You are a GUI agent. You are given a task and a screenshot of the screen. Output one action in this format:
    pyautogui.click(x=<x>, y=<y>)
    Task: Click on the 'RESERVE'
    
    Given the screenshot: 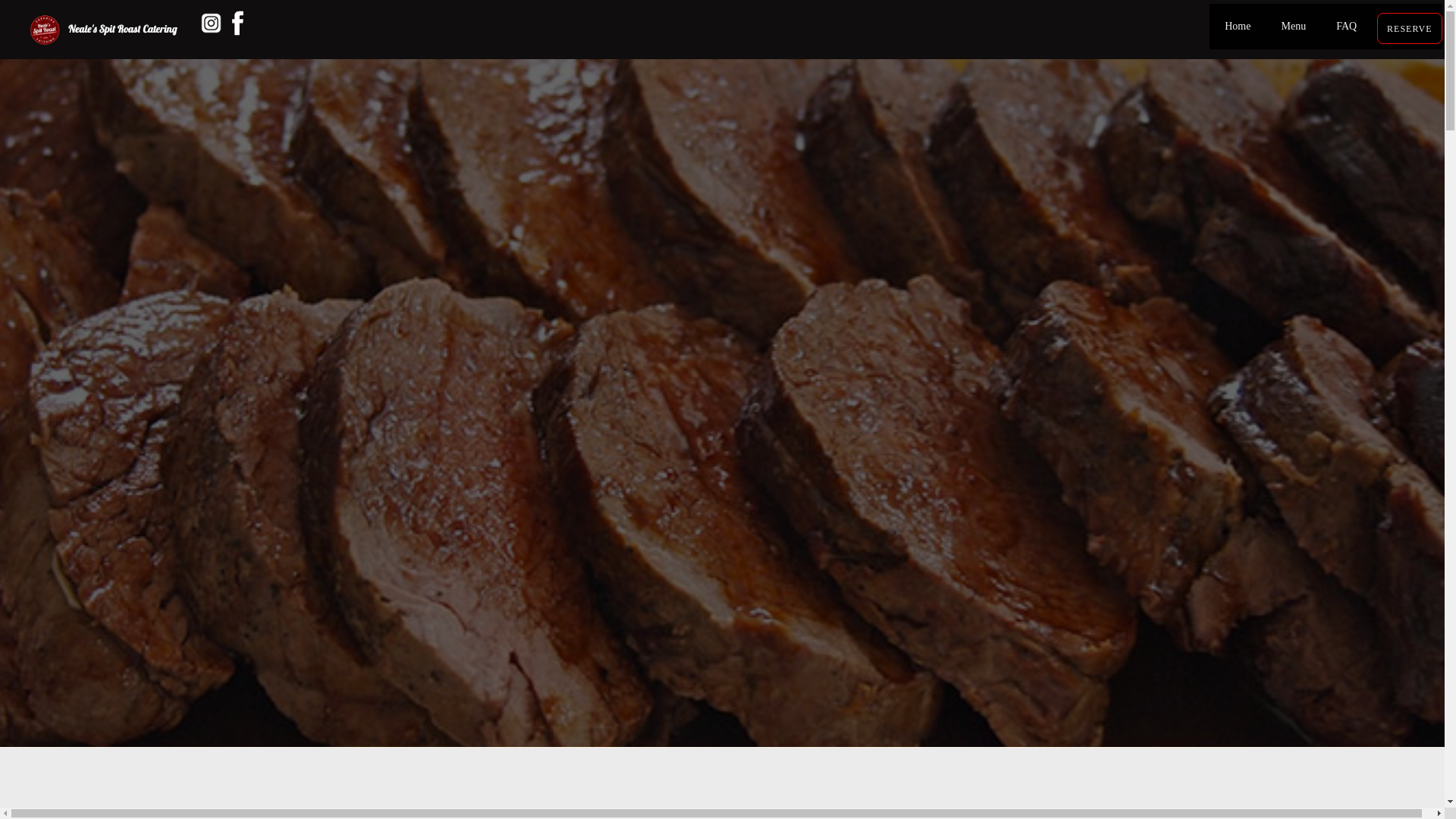 What is the action you would take?
    pyautogui.click(x=1408, y=28)
    